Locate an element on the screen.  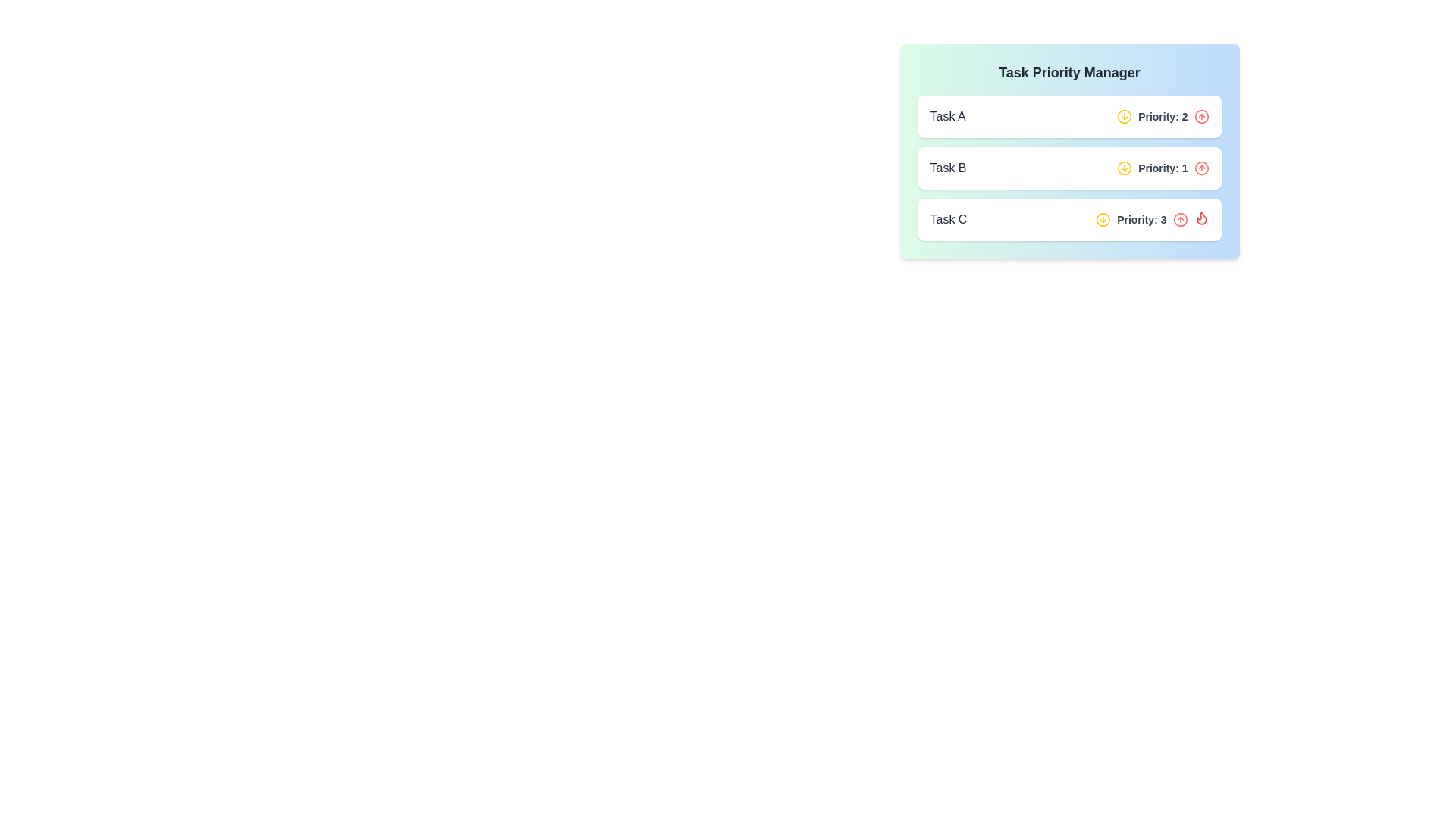
the header text label at the top of the task management section, which indicates the purpose of the interface is located at coordinates (1068, 73).